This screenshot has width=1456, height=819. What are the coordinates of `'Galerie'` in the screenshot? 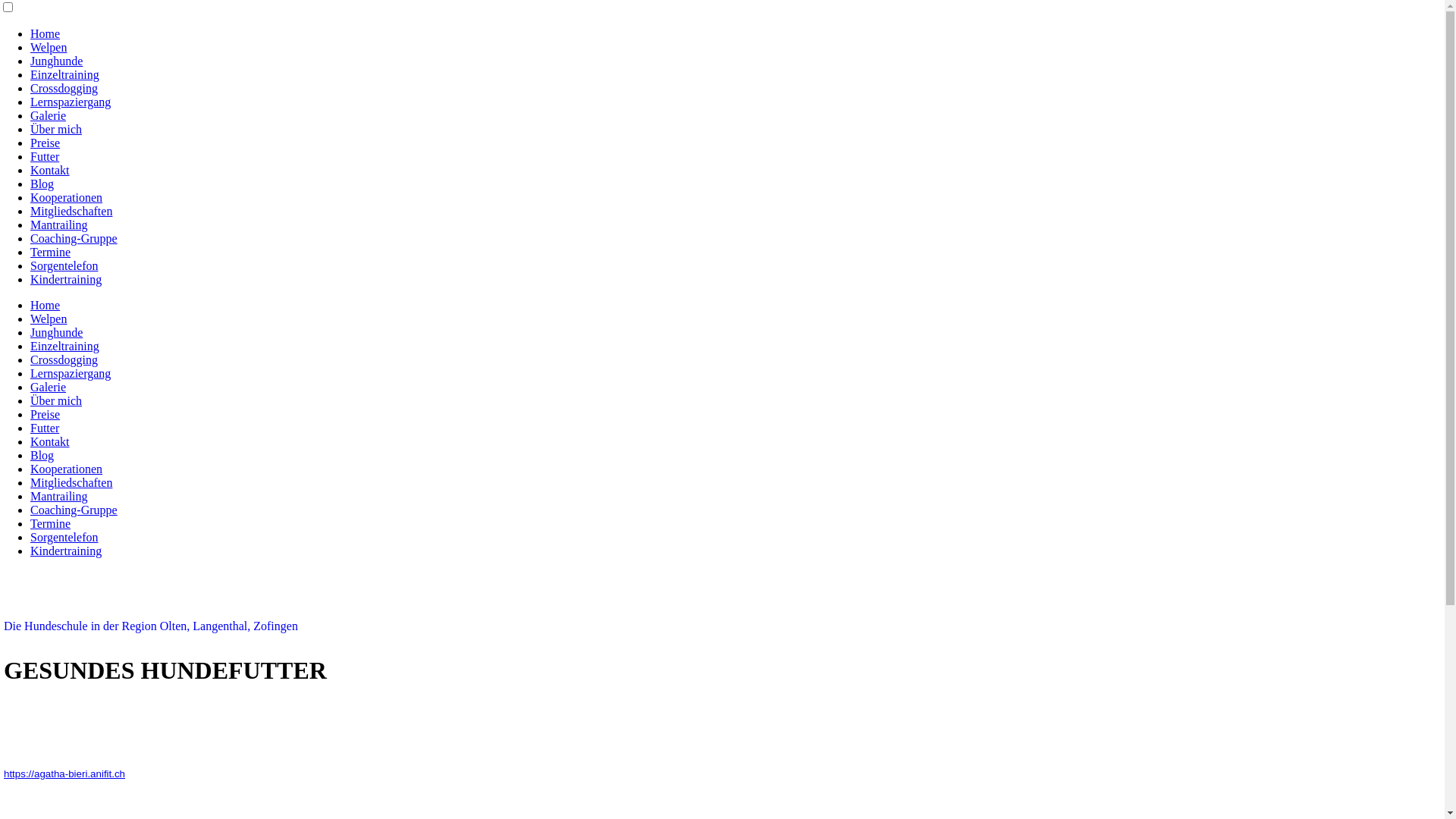 It's located at (48, 386).